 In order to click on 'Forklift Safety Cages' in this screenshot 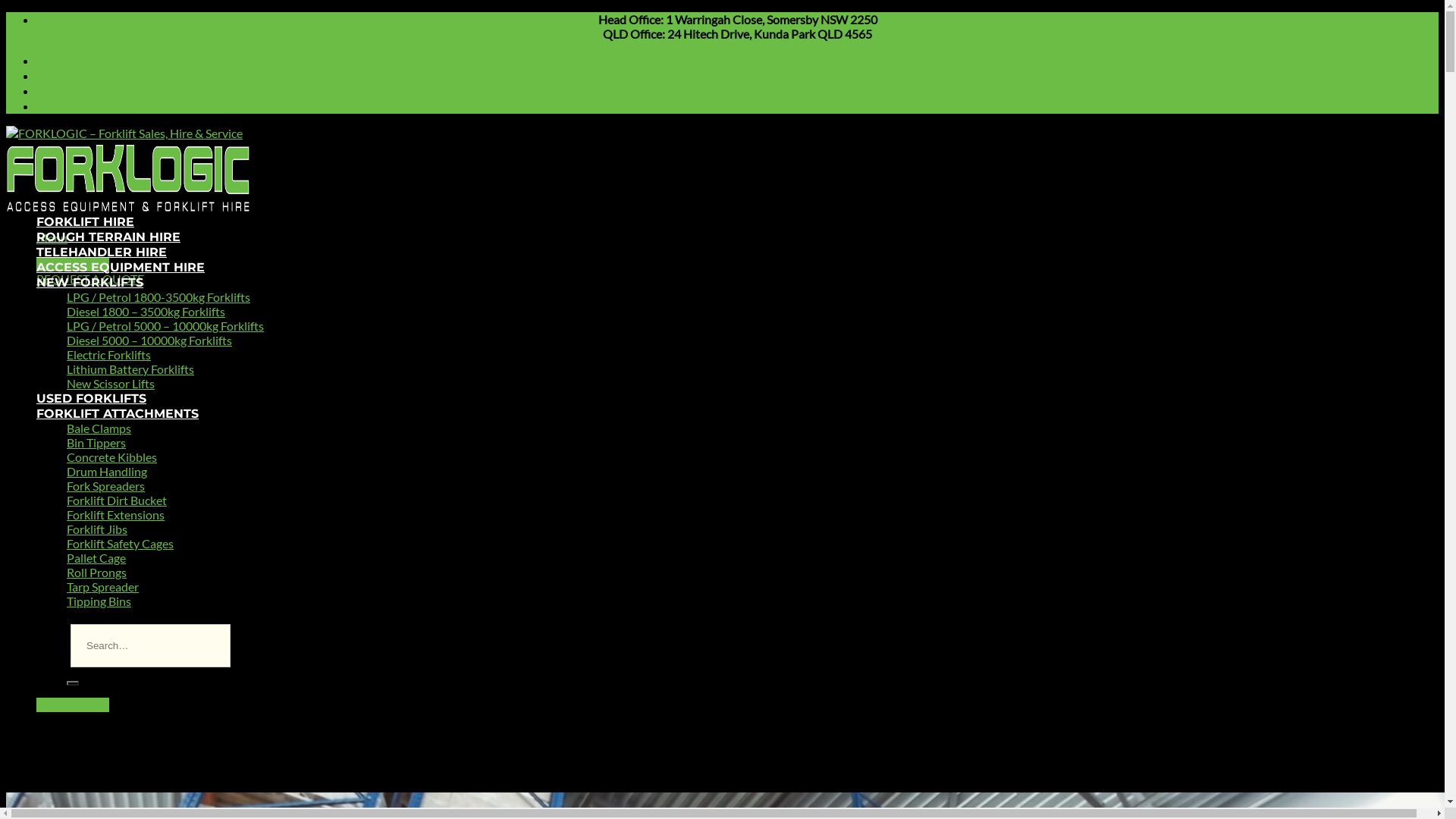, I will do `click(119, 542)`.